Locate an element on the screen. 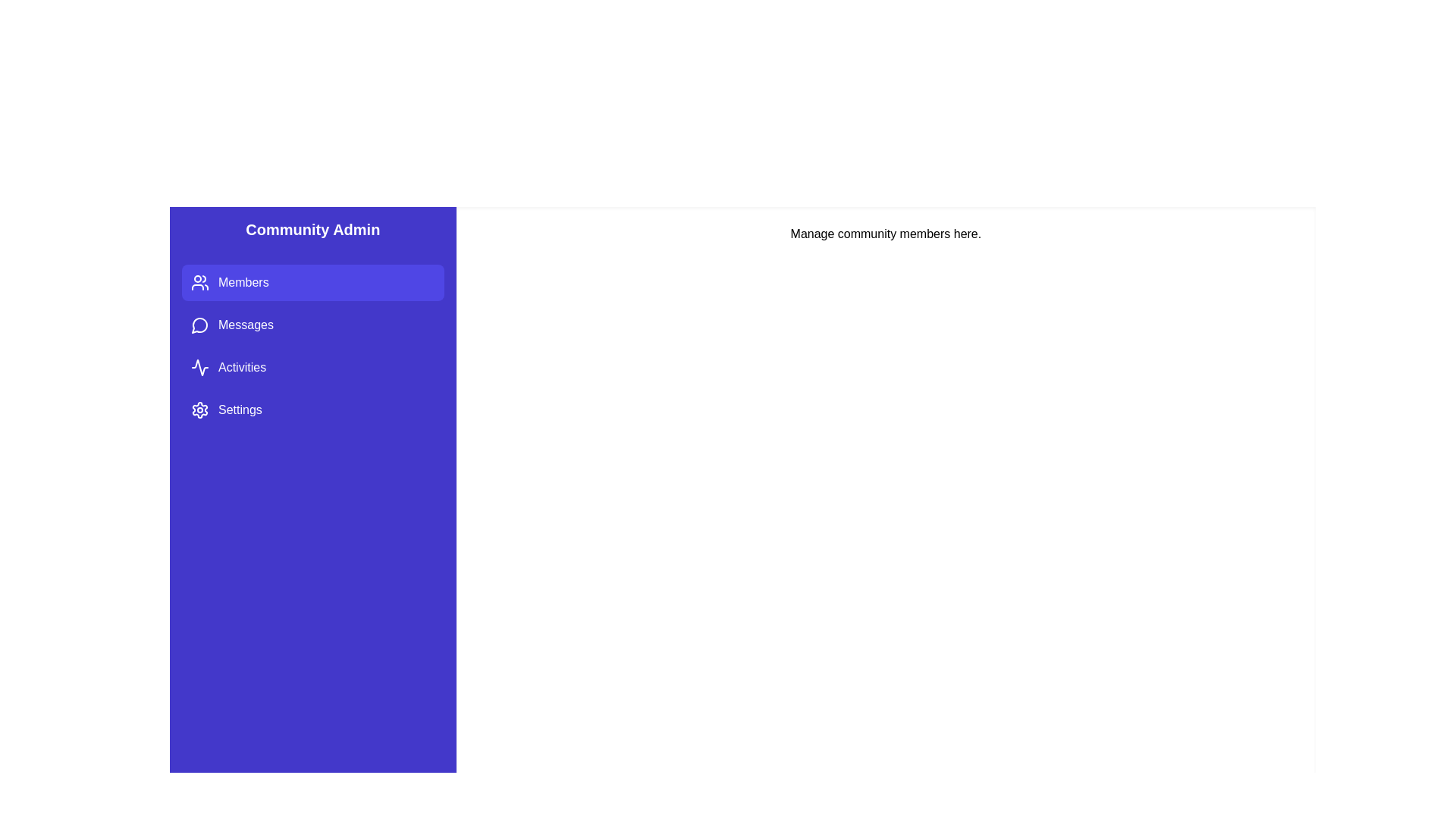  the 'Members' text label in the navigation menu is located at coordinates (243, 283).